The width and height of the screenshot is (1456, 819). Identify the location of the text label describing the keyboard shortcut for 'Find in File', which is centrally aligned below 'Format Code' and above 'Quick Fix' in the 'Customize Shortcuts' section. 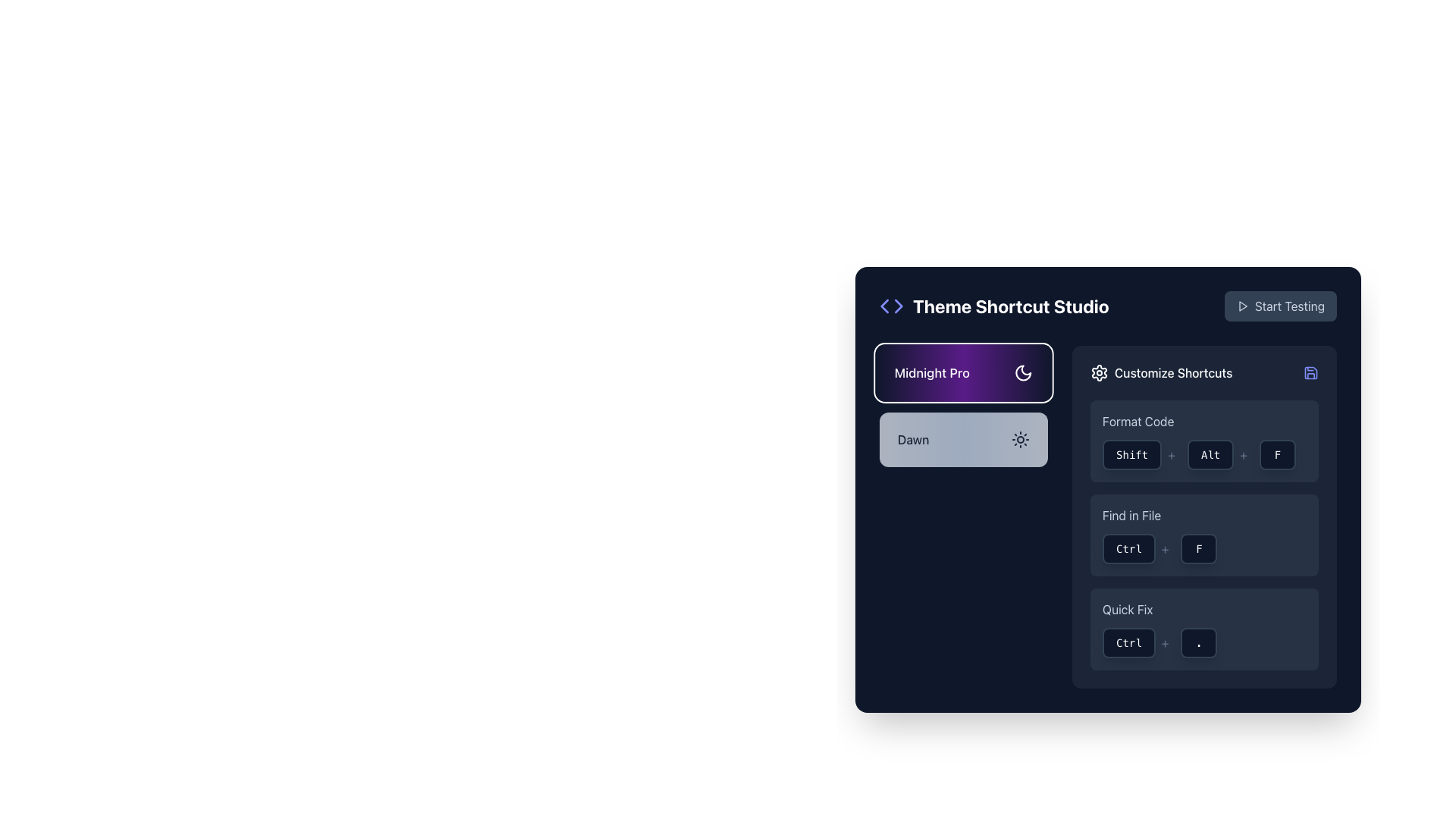
(1131, 514).